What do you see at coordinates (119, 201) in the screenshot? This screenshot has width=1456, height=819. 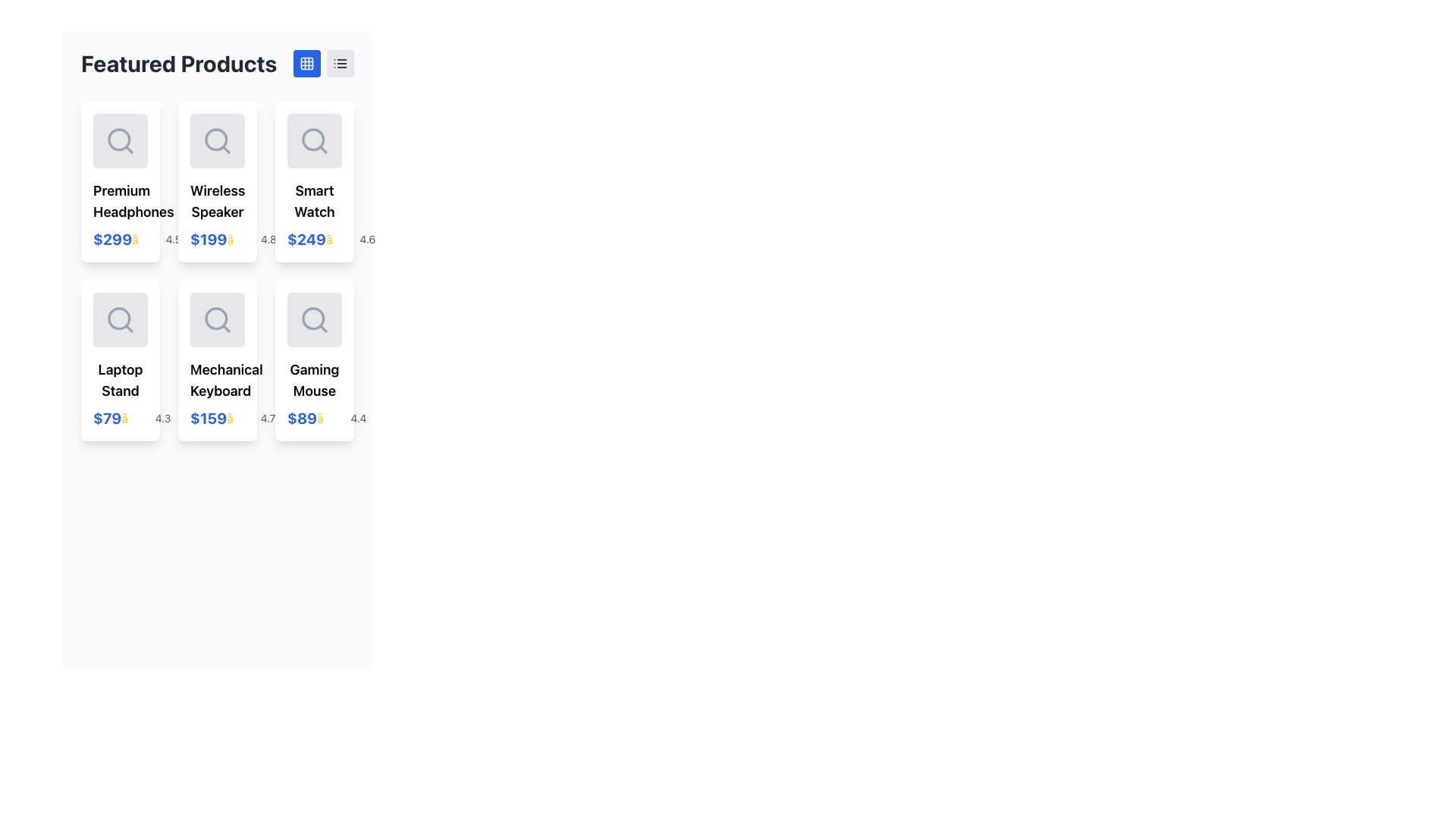 I see `the text label displaying 'Premium Headphones', which is a bold, large-size font in black color, located in the first card of the grid layout` at bounding box center [119, 201].